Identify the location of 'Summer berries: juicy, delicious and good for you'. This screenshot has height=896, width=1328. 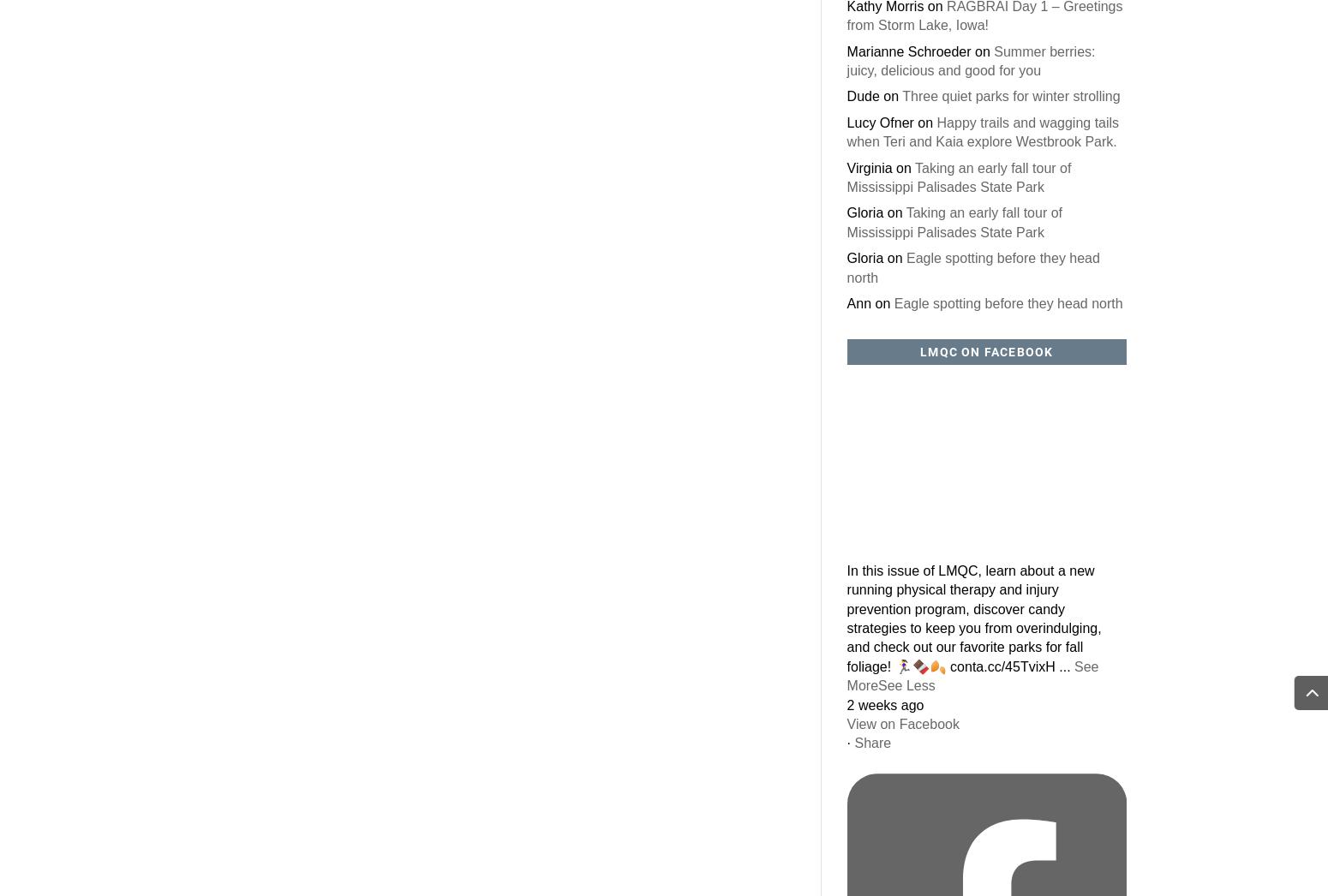
(970, 61).